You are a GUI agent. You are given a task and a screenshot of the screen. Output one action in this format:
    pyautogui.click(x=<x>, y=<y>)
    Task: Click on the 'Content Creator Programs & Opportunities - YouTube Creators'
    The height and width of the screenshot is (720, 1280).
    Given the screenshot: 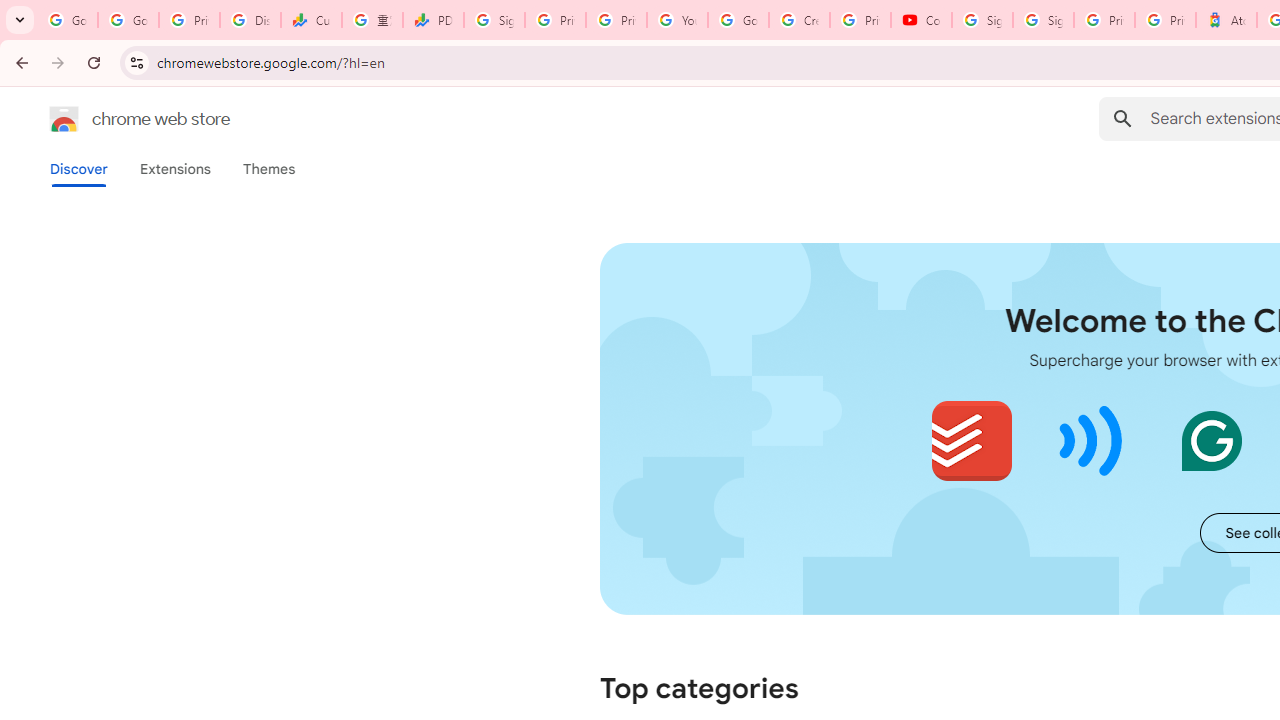 What is the action you would take?
    pyautogui.click(x=920, y=20)
    